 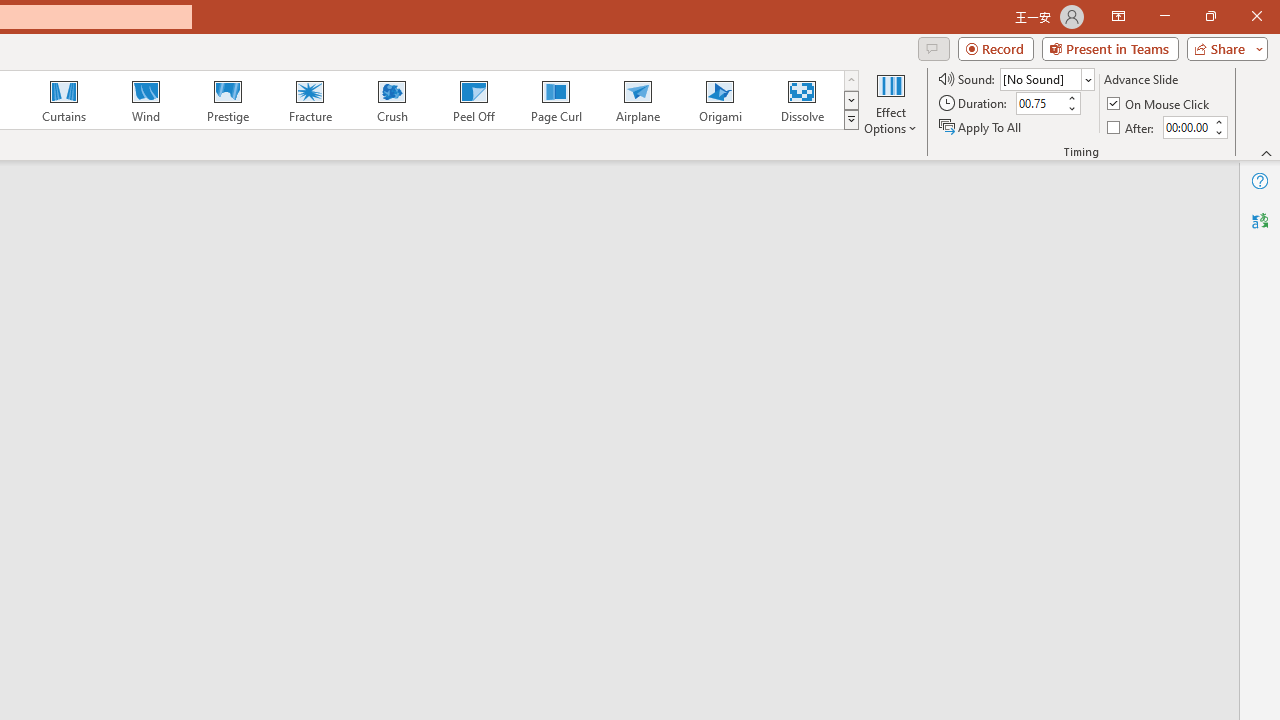 I want to click on 'Effect Options', so click(x=889, y=103).